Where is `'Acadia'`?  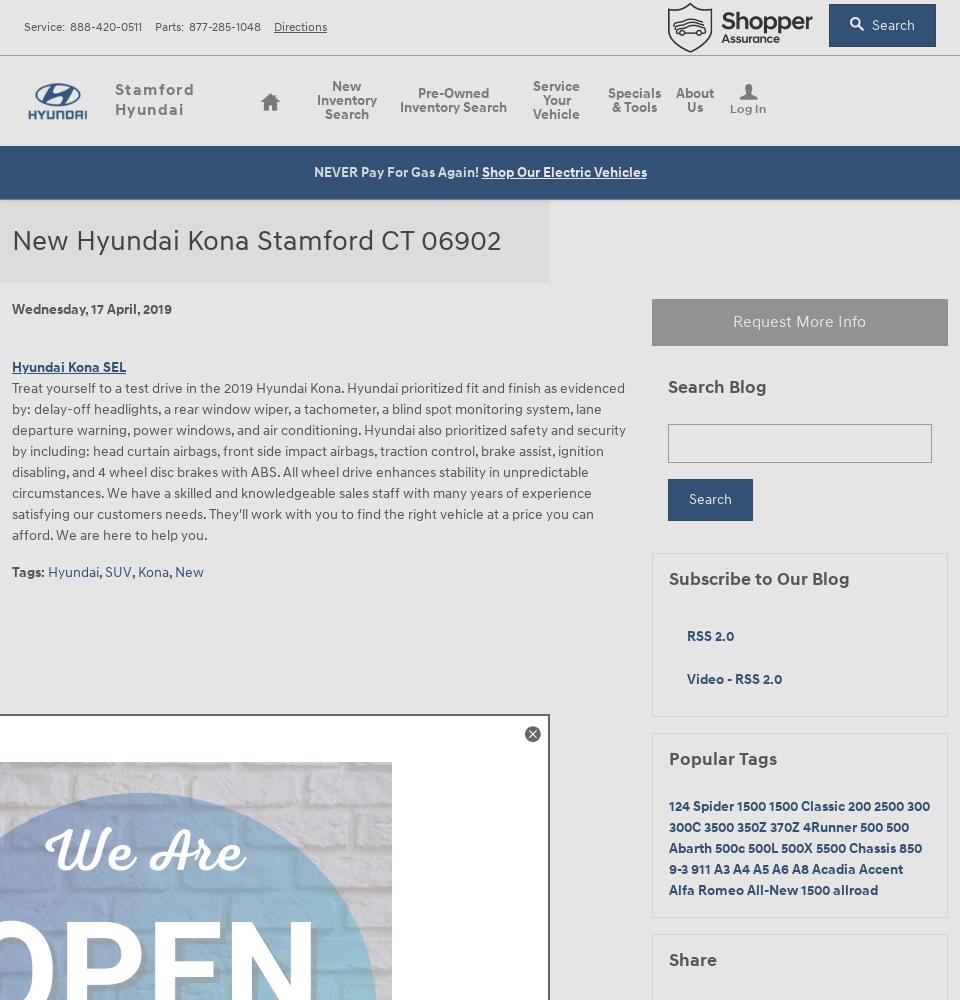 'Acadia' is located at coordinates (835, 867).